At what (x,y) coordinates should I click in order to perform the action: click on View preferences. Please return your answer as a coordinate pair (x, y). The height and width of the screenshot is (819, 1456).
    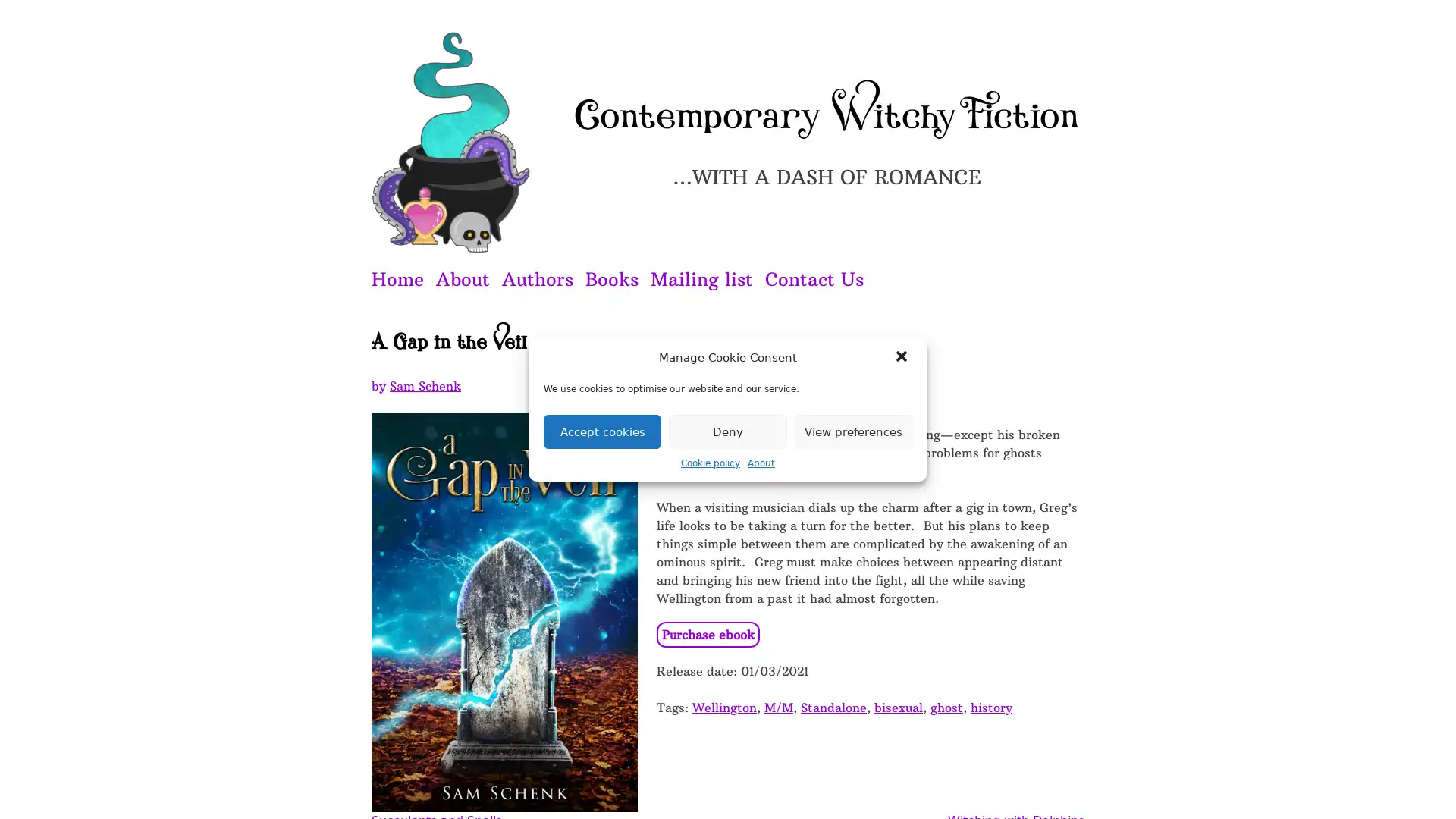
    Looking at the image, I should click on (852, 431).